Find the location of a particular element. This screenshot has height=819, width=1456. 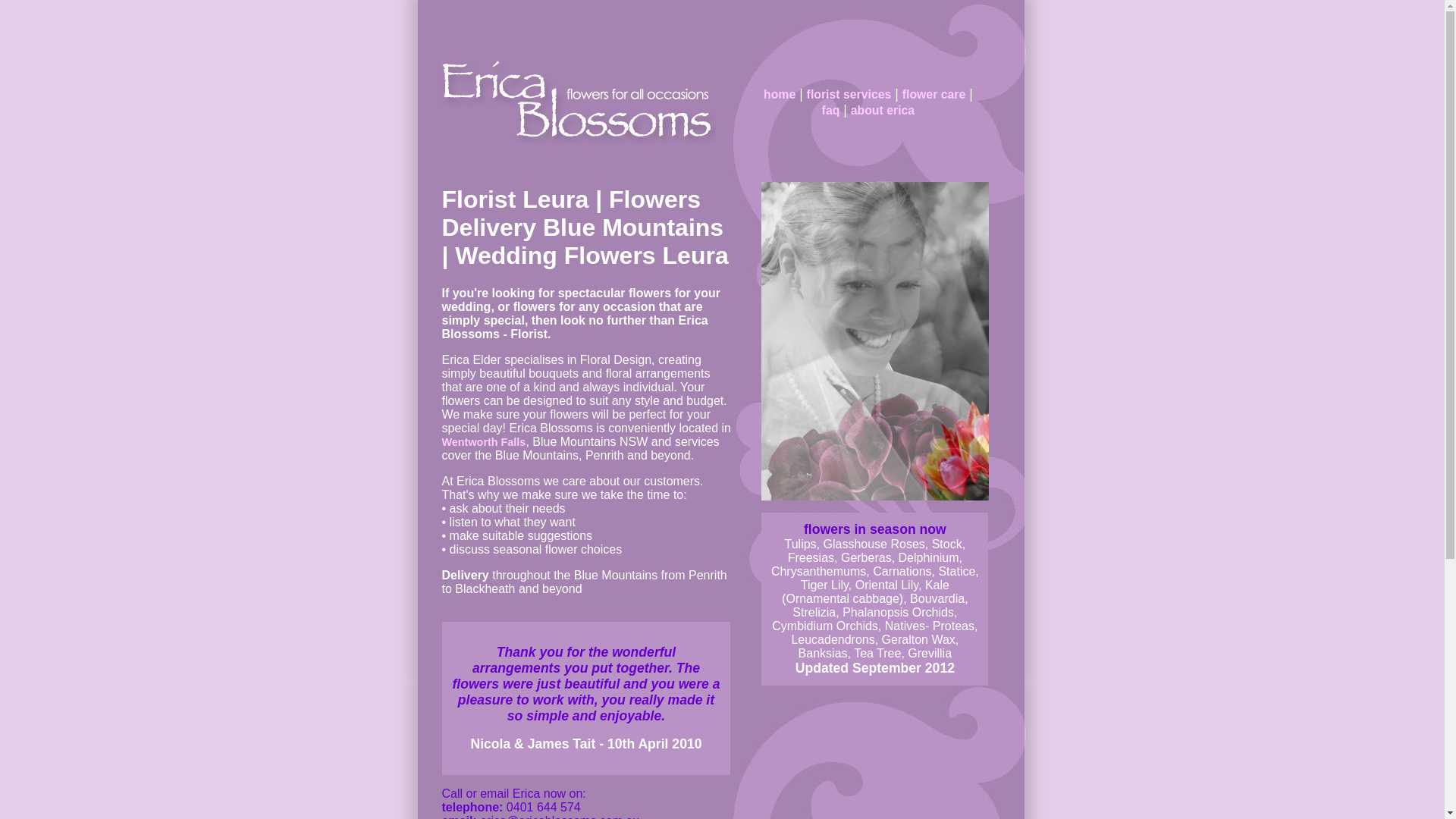

'Wentworth Falls' is located at coordinates (482, 441).